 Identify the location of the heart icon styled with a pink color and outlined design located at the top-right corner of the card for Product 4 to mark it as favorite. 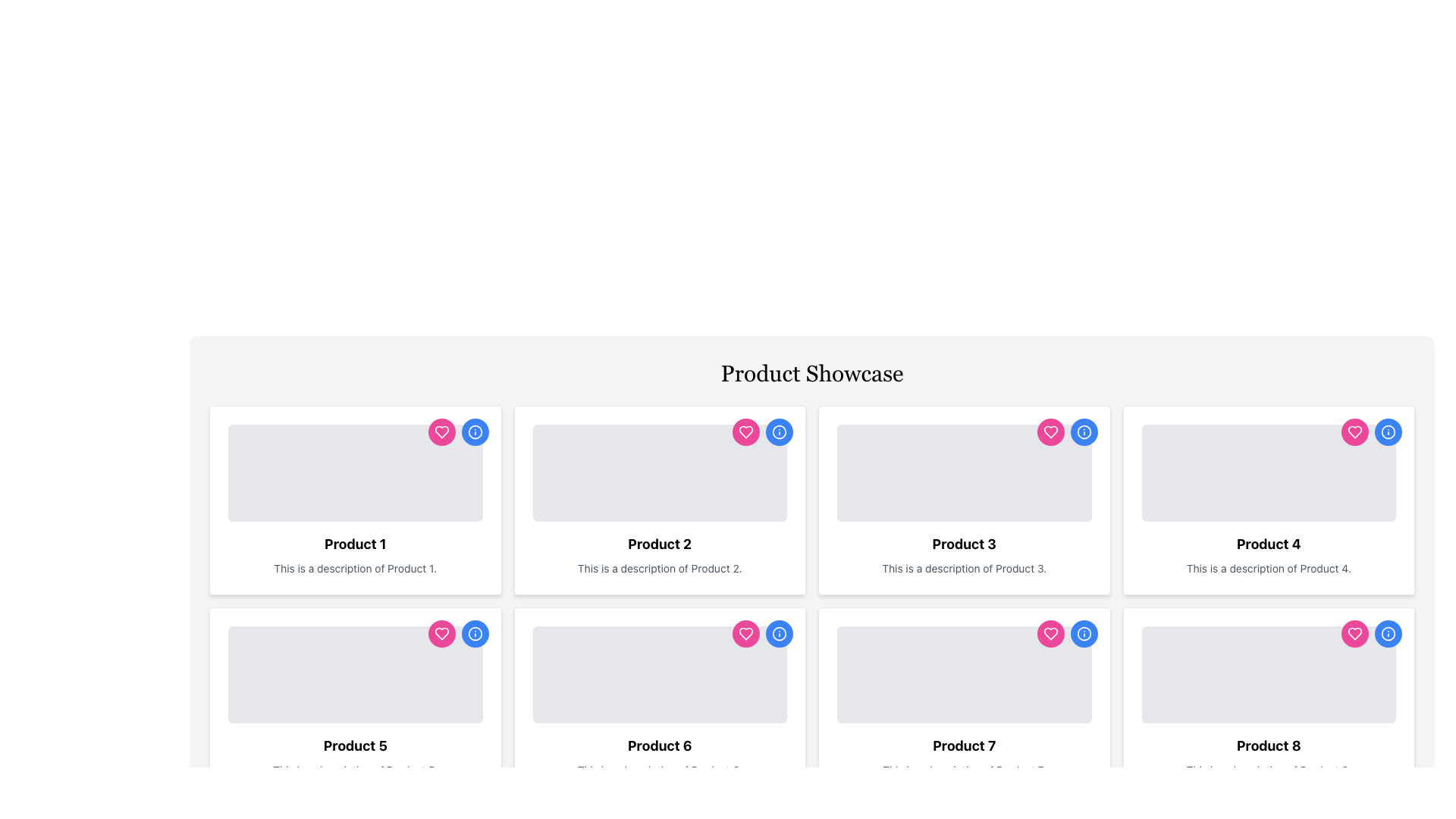
(1354, 634).